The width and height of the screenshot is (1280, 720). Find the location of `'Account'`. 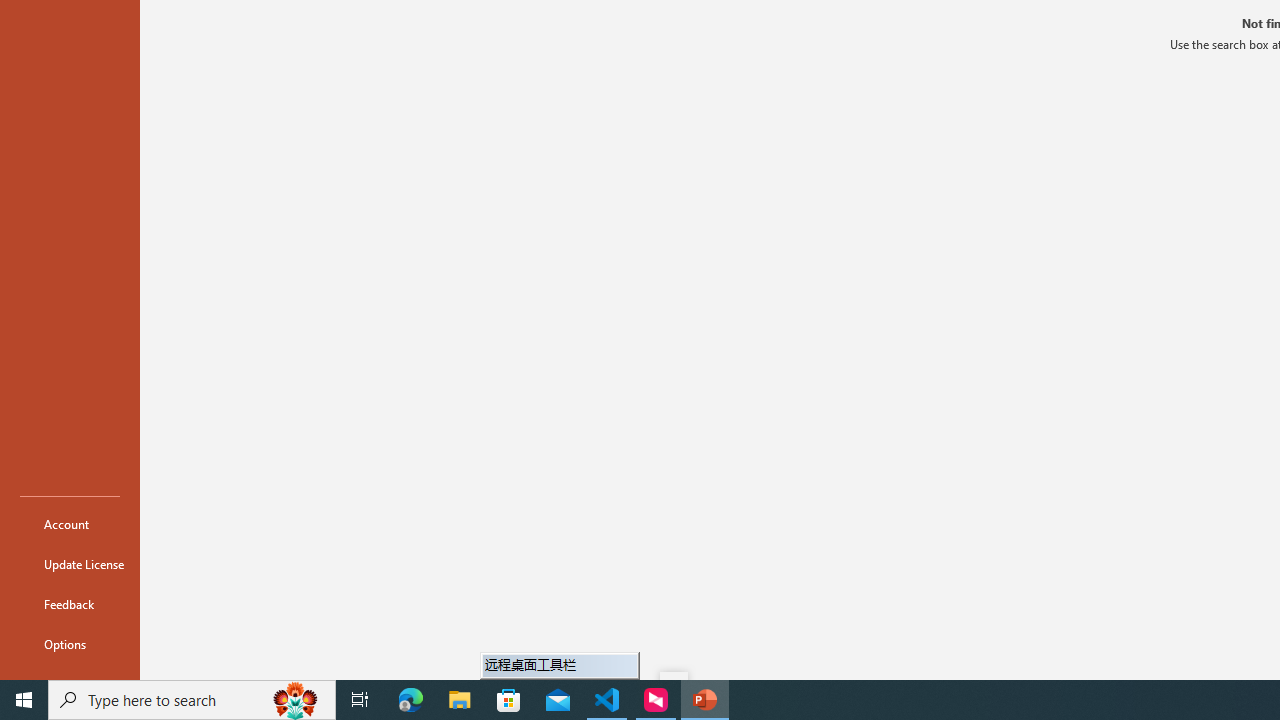

'Account' is located at coordinates (69, 523).